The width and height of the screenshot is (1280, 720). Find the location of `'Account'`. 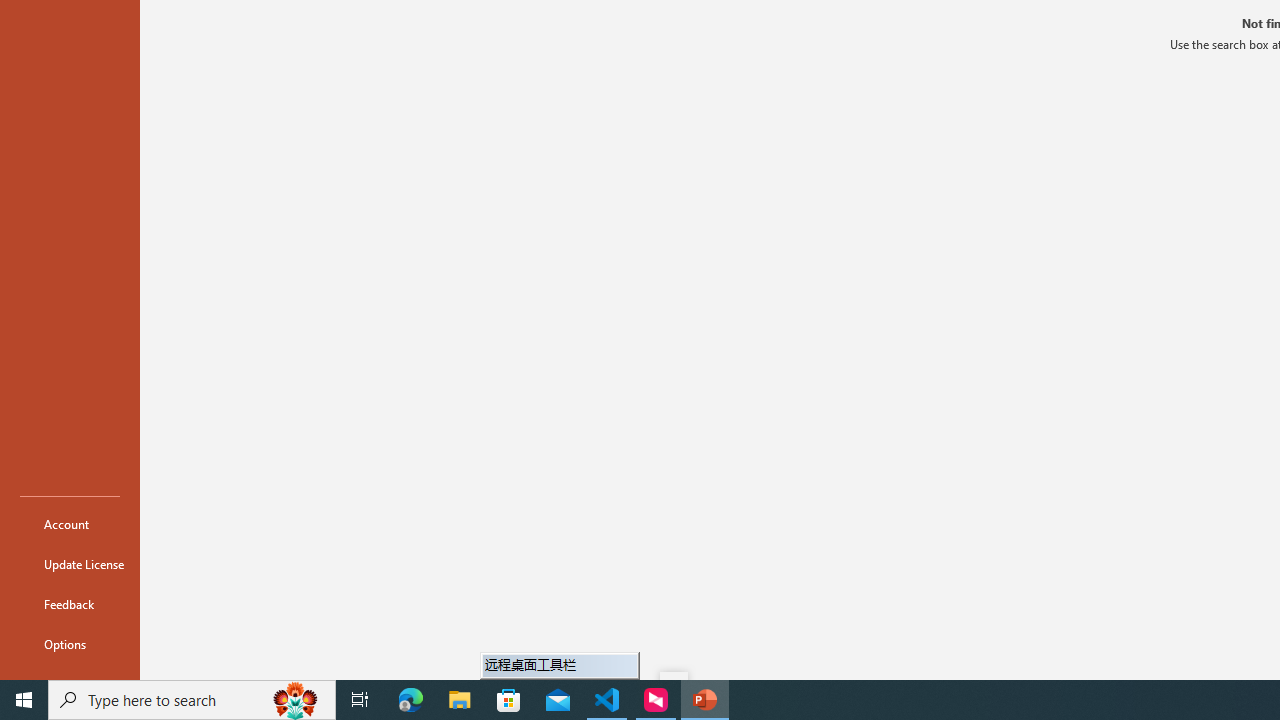

'Account' is located at coordinates (69, 523).